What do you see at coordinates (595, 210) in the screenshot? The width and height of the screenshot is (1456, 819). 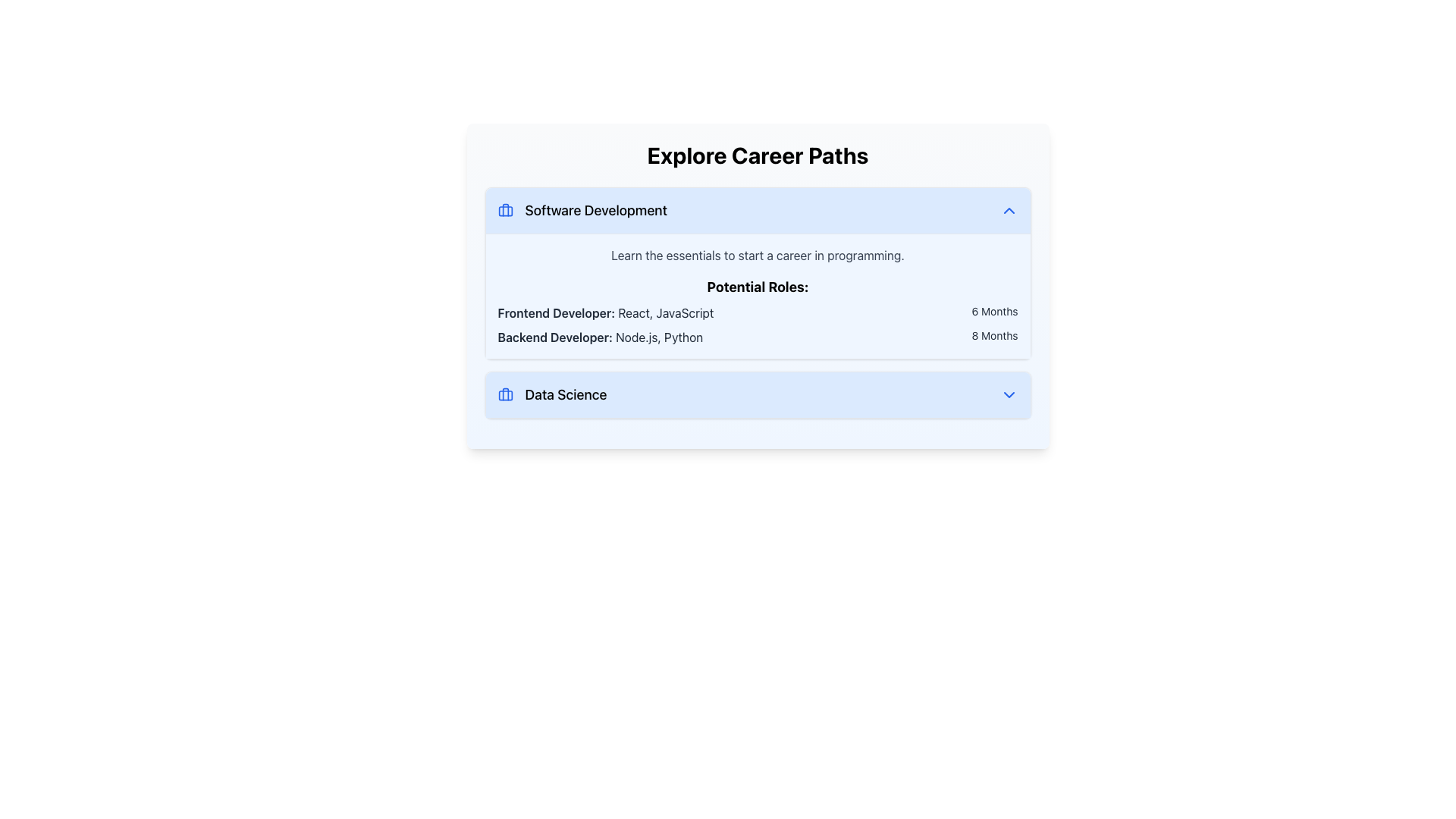 I see `the text label displaying 'Software Development', which is positioned prominently on a light blue background, aligned with an icon to its left` at bounding box center [595, 210].